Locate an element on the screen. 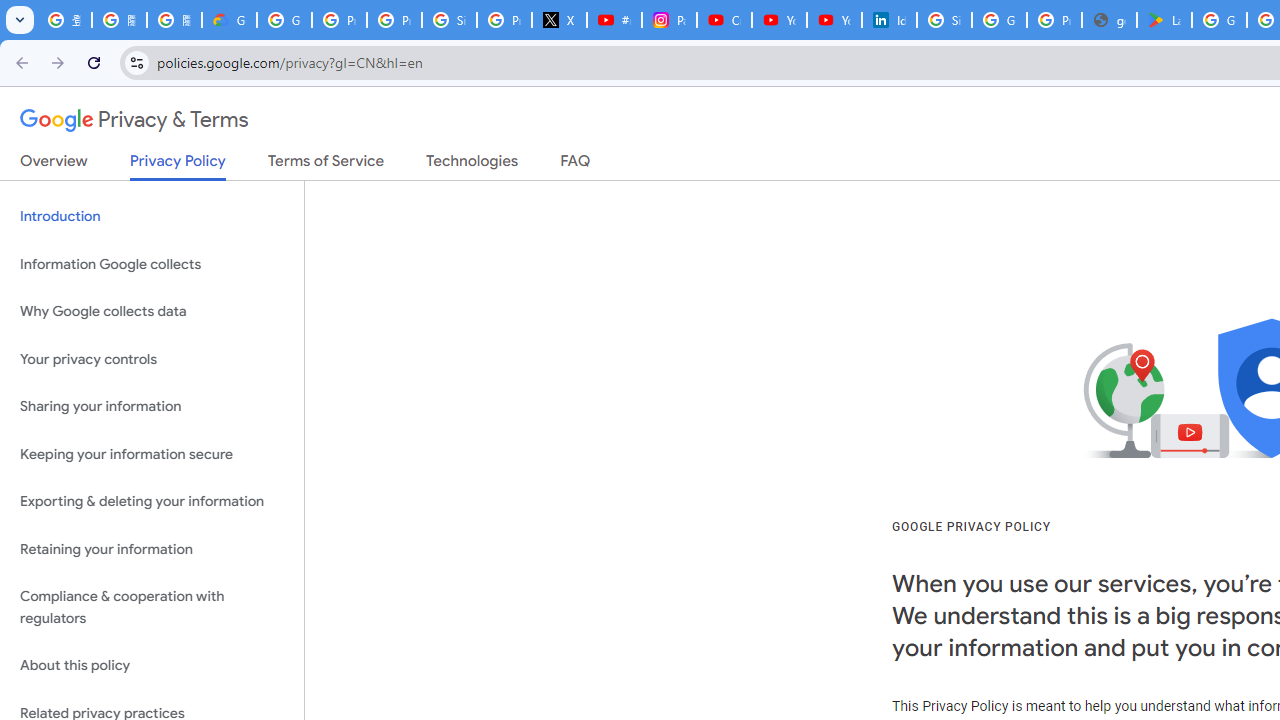 The height and width of the screenshot is (720, 1280). 'FAQ' is located at coordinates (575, 164).